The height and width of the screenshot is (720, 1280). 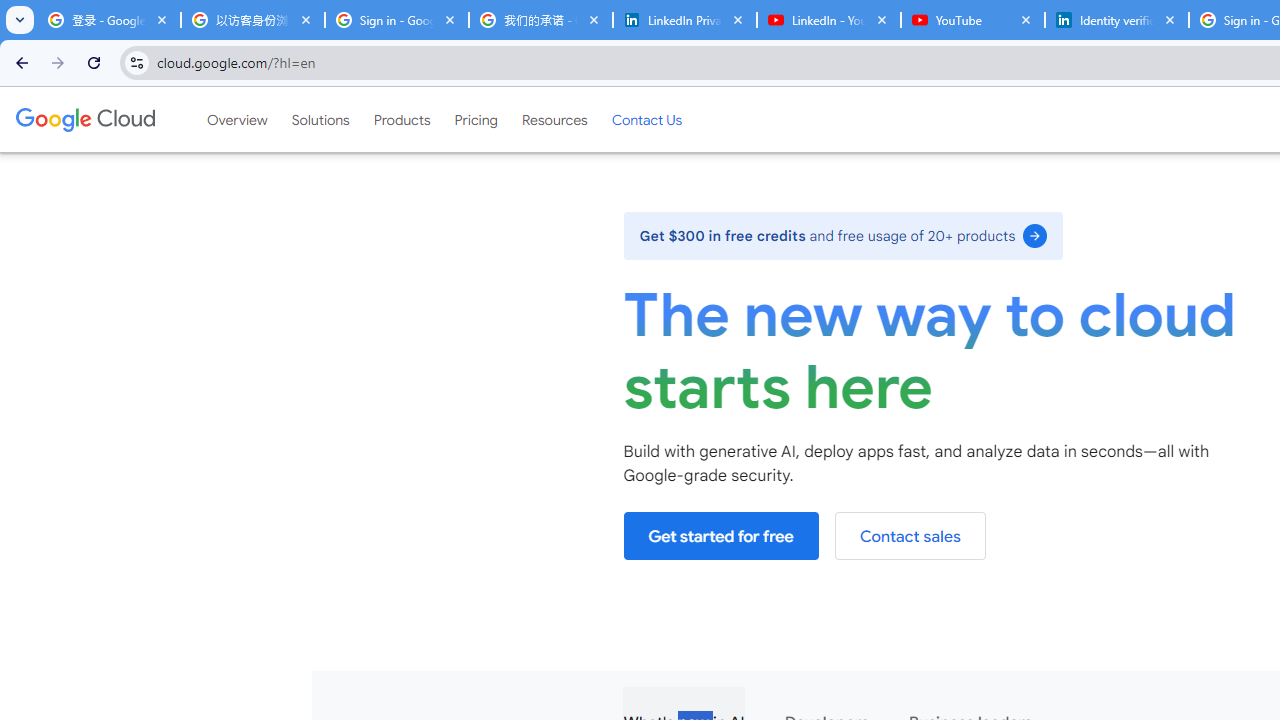 What do you see at coordinates (554, 119) in the screenshot?
I see `'Resources'` at bounding box center [554, 119].